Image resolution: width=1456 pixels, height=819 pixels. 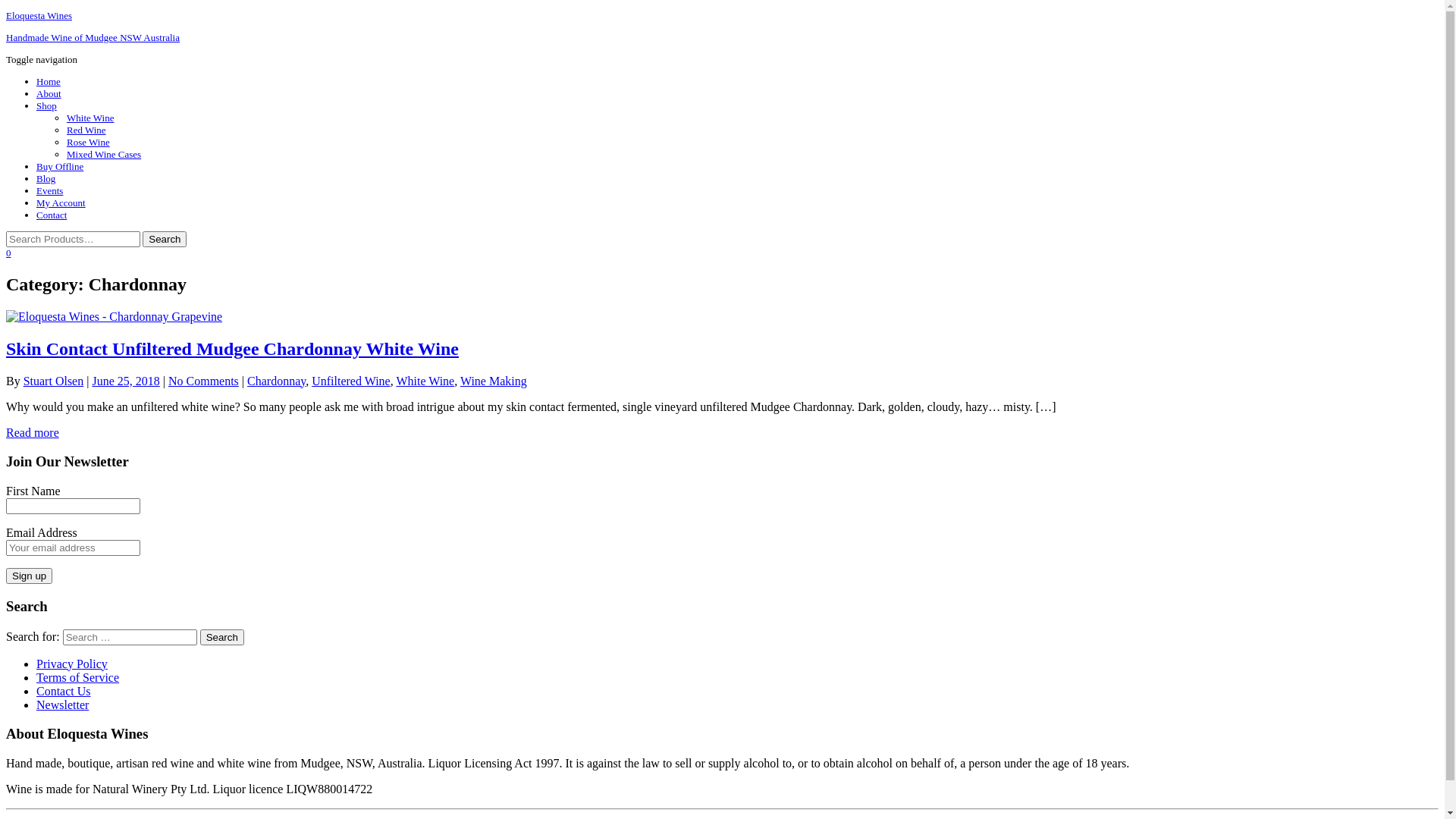 What do you see at coordinates (33, 432) in the screenshot?
I see `'Read more'` at bounding box center [33, 432].